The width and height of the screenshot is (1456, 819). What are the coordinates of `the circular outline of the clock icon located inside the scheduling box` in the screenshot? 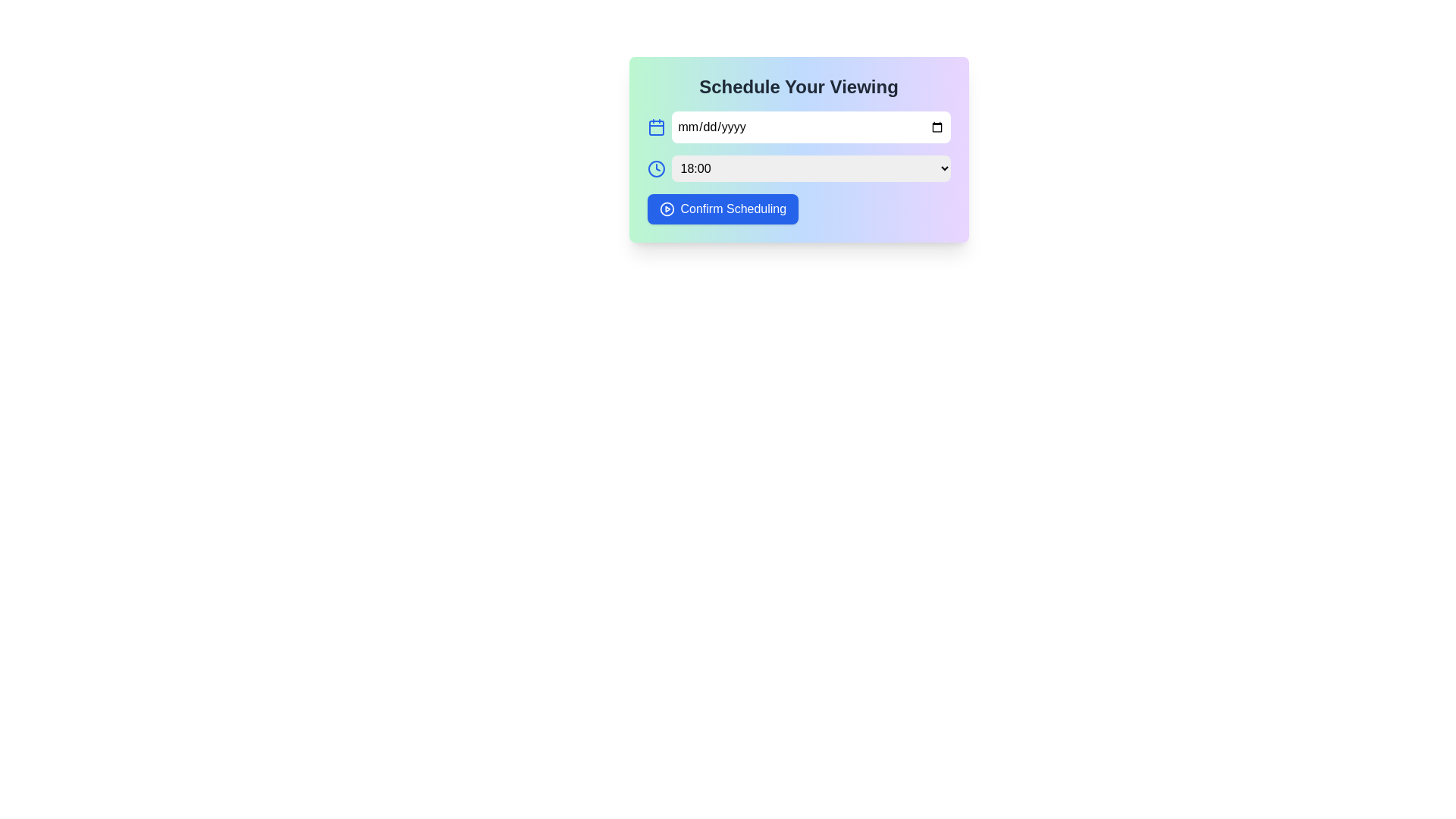 It's located at (656, 168).